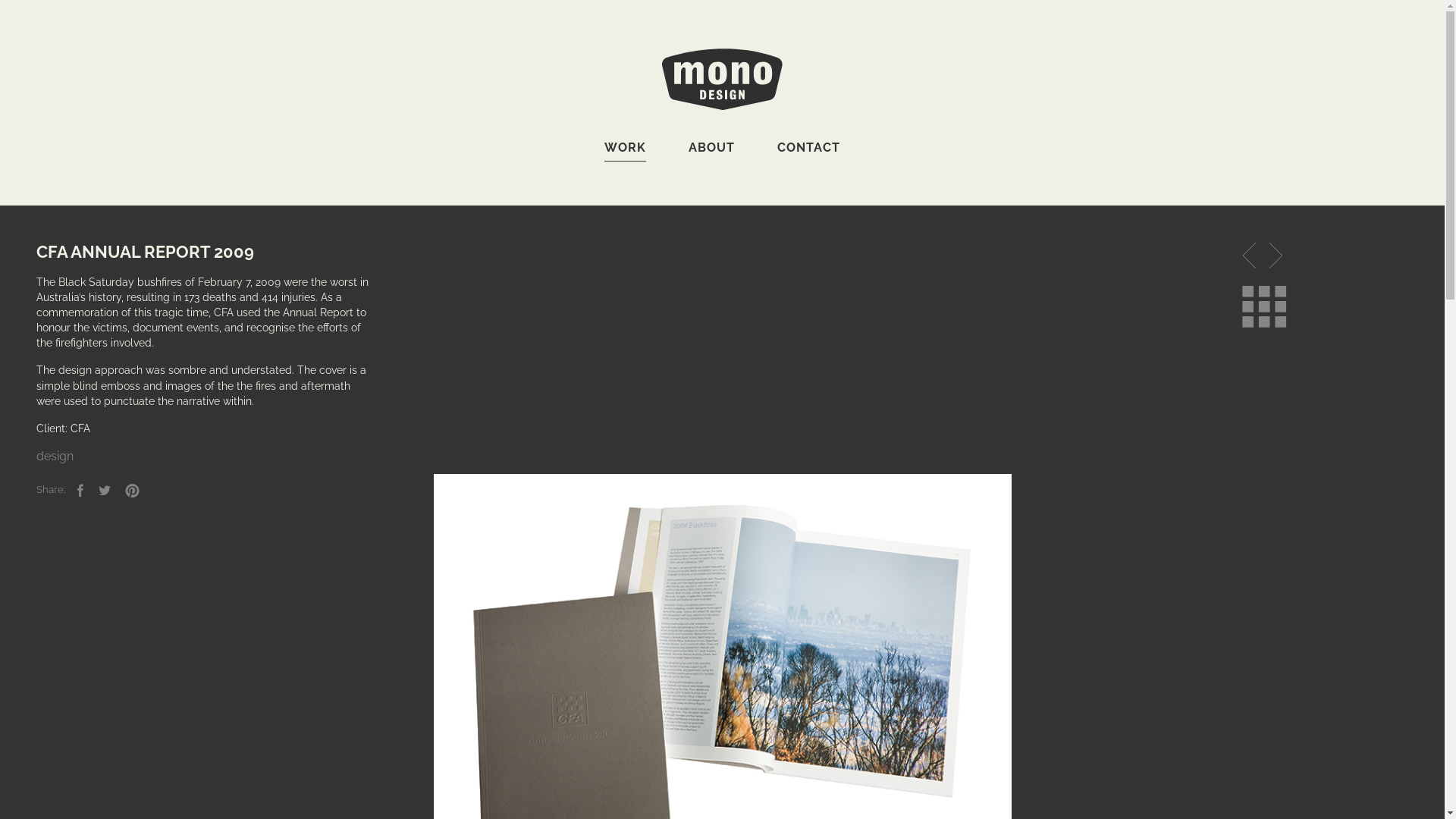 Image resolution: width=1456 pixels, height=819 pixels. I want to click on 'WORK', so click(625, 151).